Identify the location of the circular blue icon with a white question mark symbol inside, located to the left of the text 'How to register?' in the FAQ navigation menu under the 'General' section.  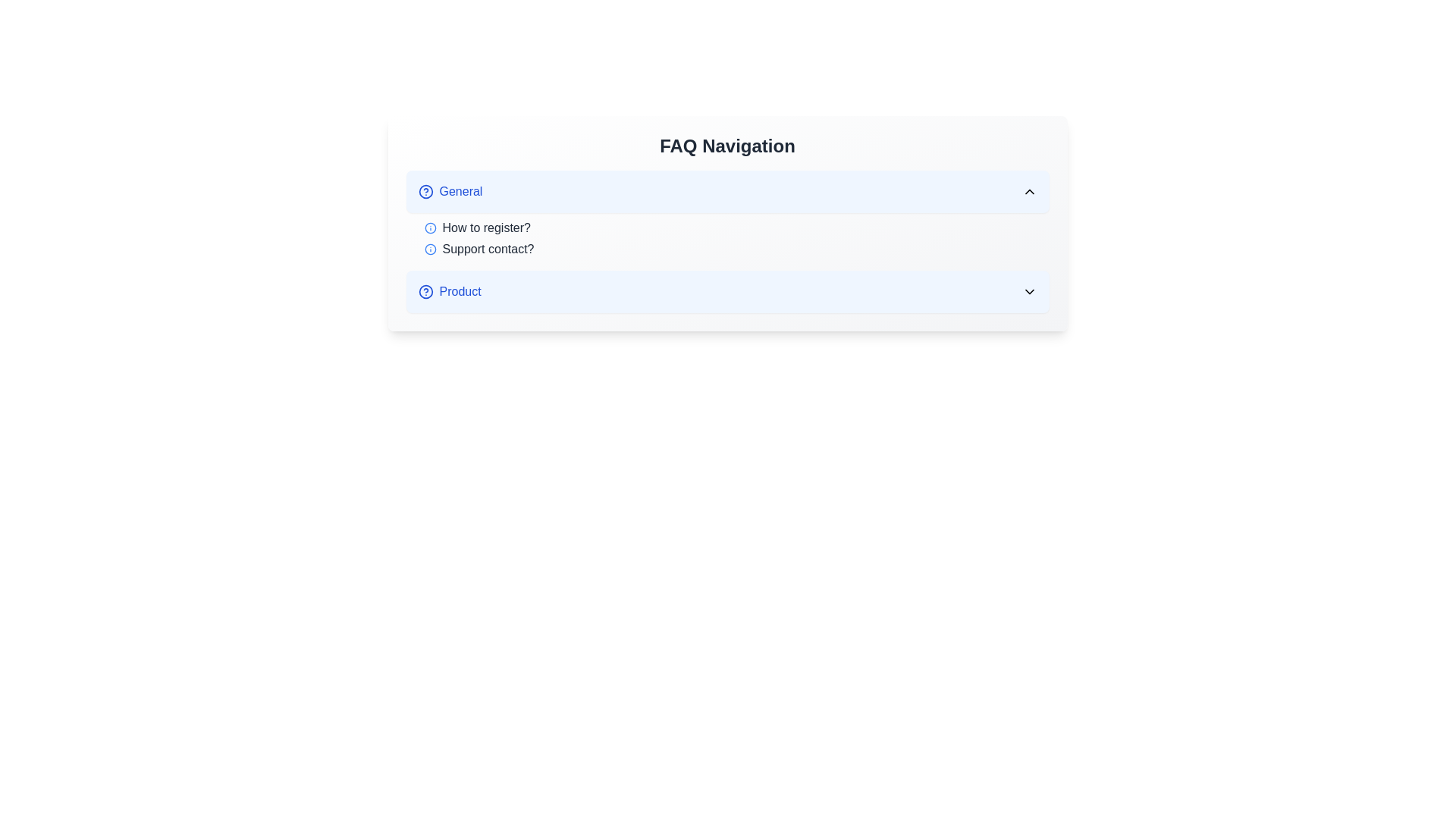
(429, 227).